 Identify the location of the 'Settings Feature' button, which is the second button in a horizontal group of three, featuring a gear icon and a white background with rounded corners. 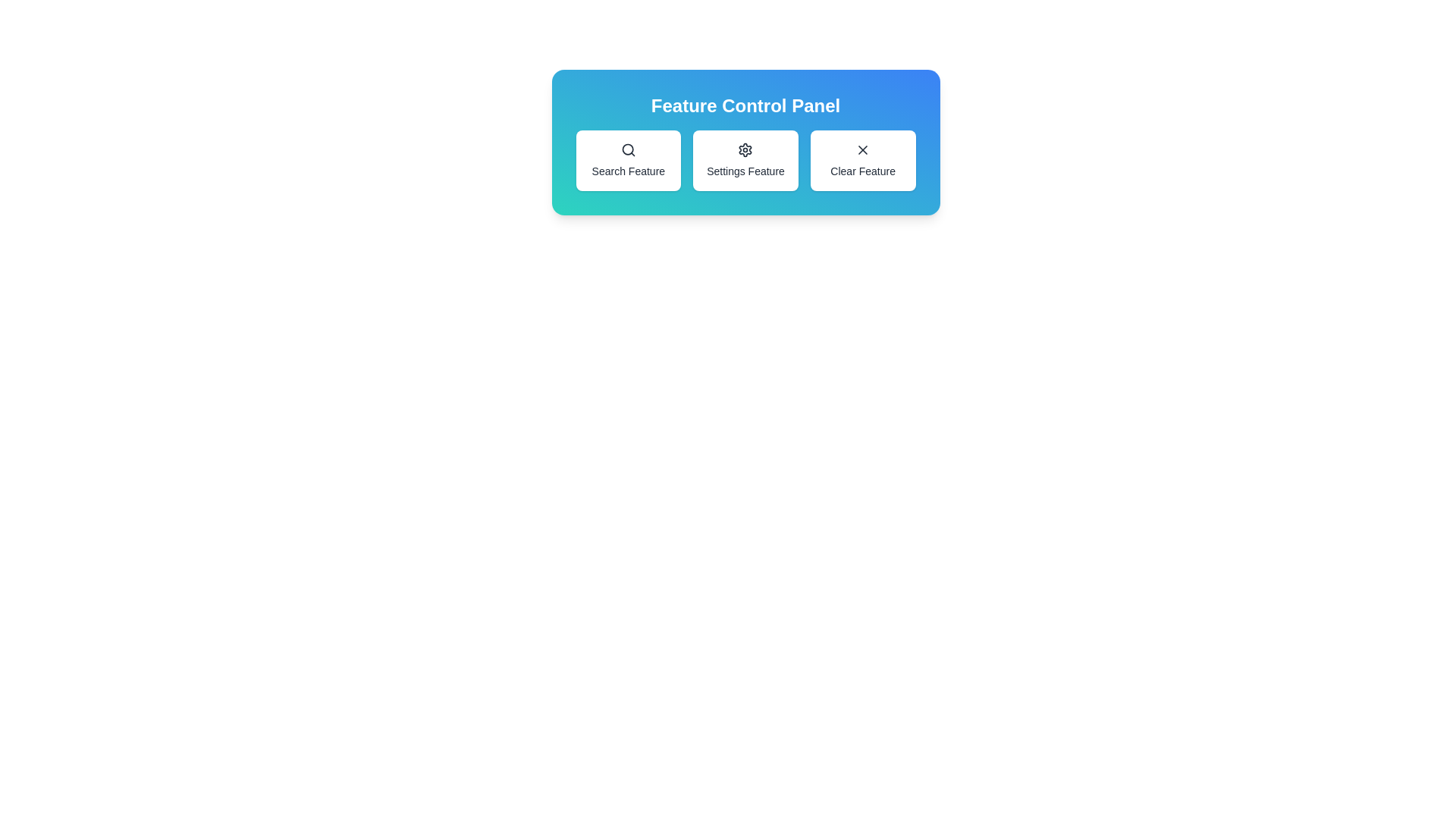
(745, 161).